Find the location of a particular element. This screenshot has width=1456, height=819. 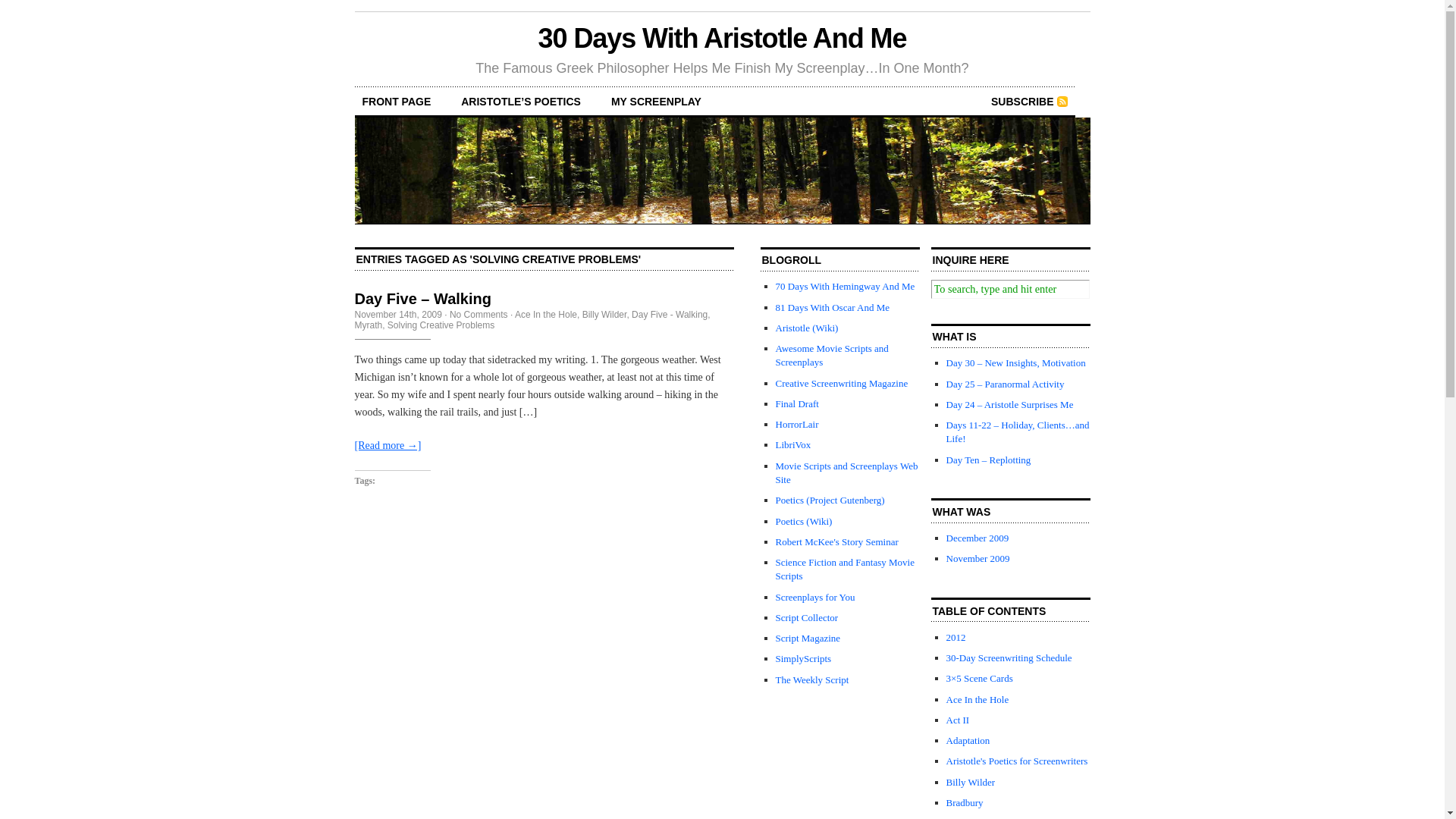

'81 Days With Oscar And Me' is located at coordinates (831, 307).